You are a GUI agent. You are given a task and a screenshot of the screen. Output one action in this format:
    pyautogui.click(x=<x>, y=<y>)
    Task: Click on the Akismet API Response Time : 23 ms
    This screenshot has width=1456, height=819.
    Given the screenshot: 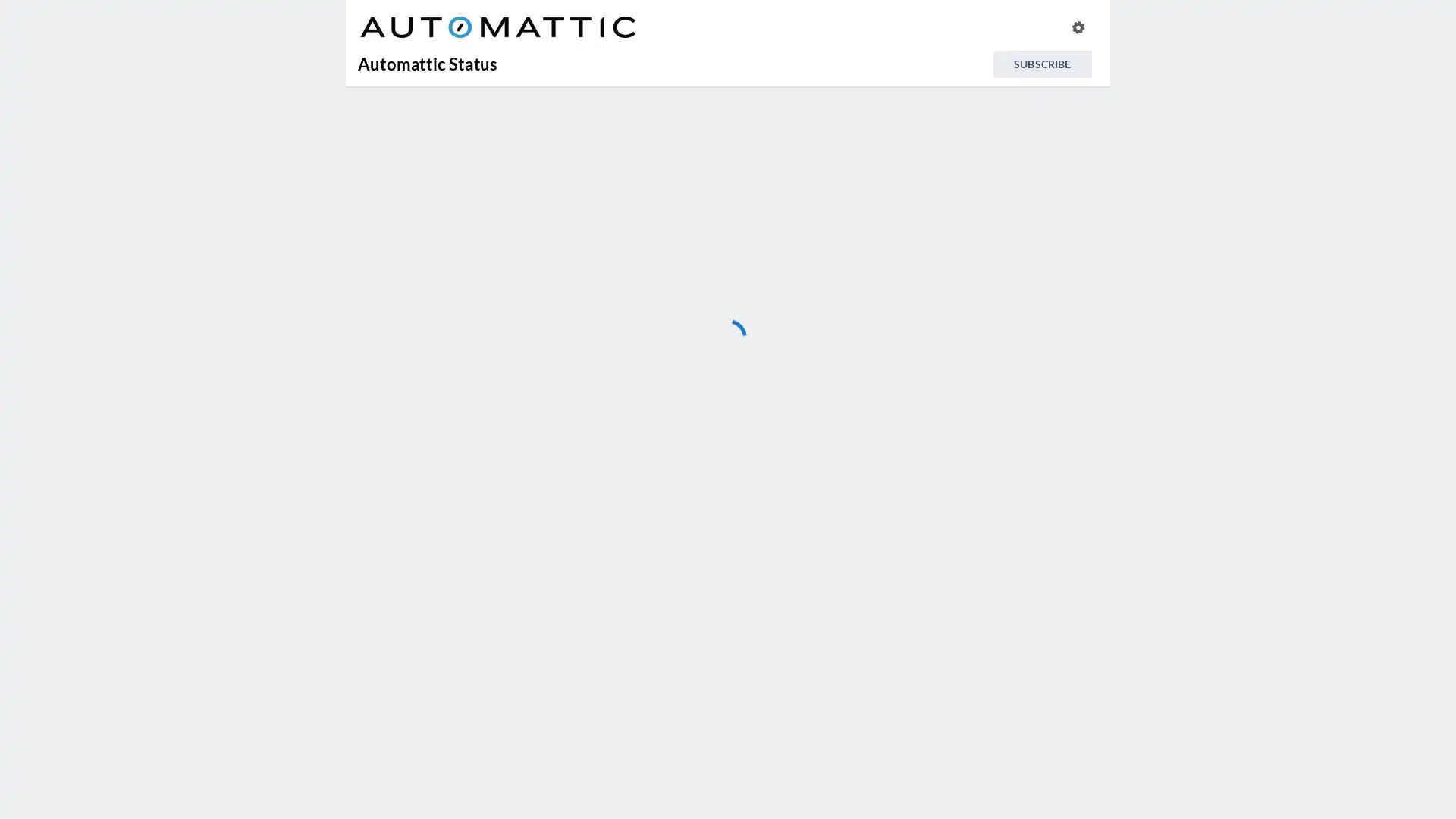 What is the action you would take?
    pyautogui.click(x=635, y=276)
    